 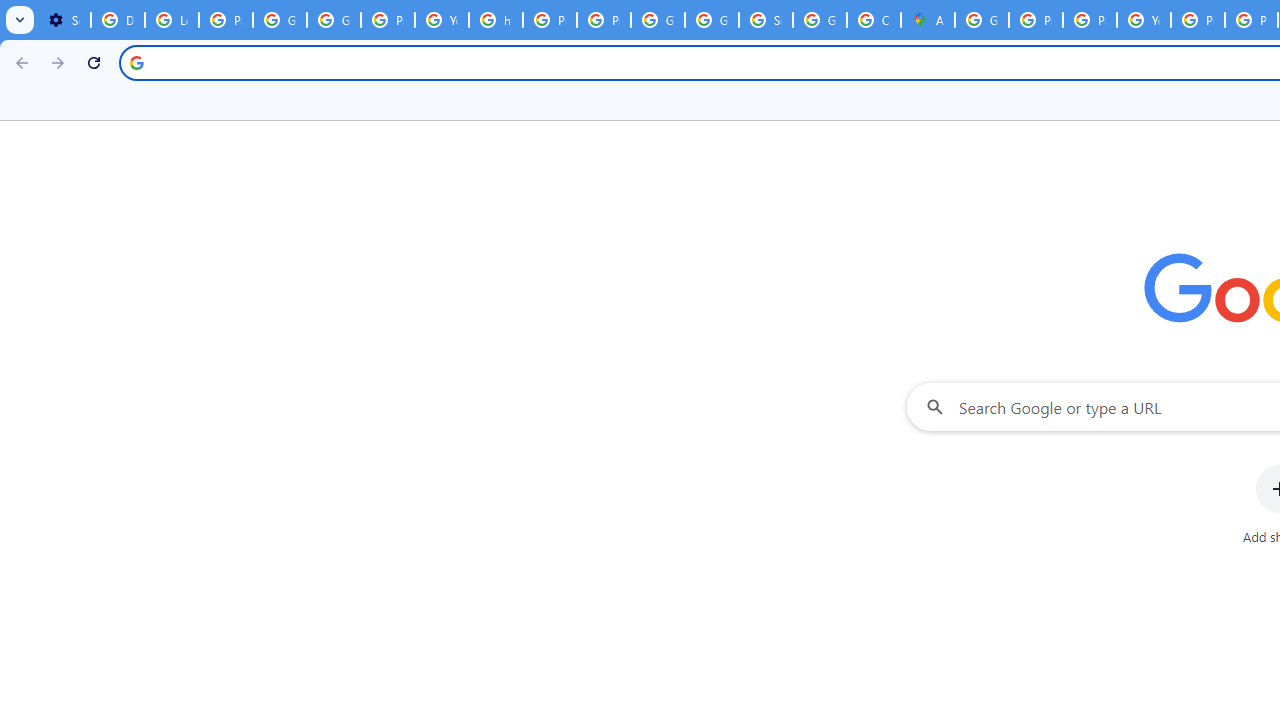 What do you see at coordinates (19, 61) in the screenshot?
I see `'Back'` at bounding box center [19, 61].